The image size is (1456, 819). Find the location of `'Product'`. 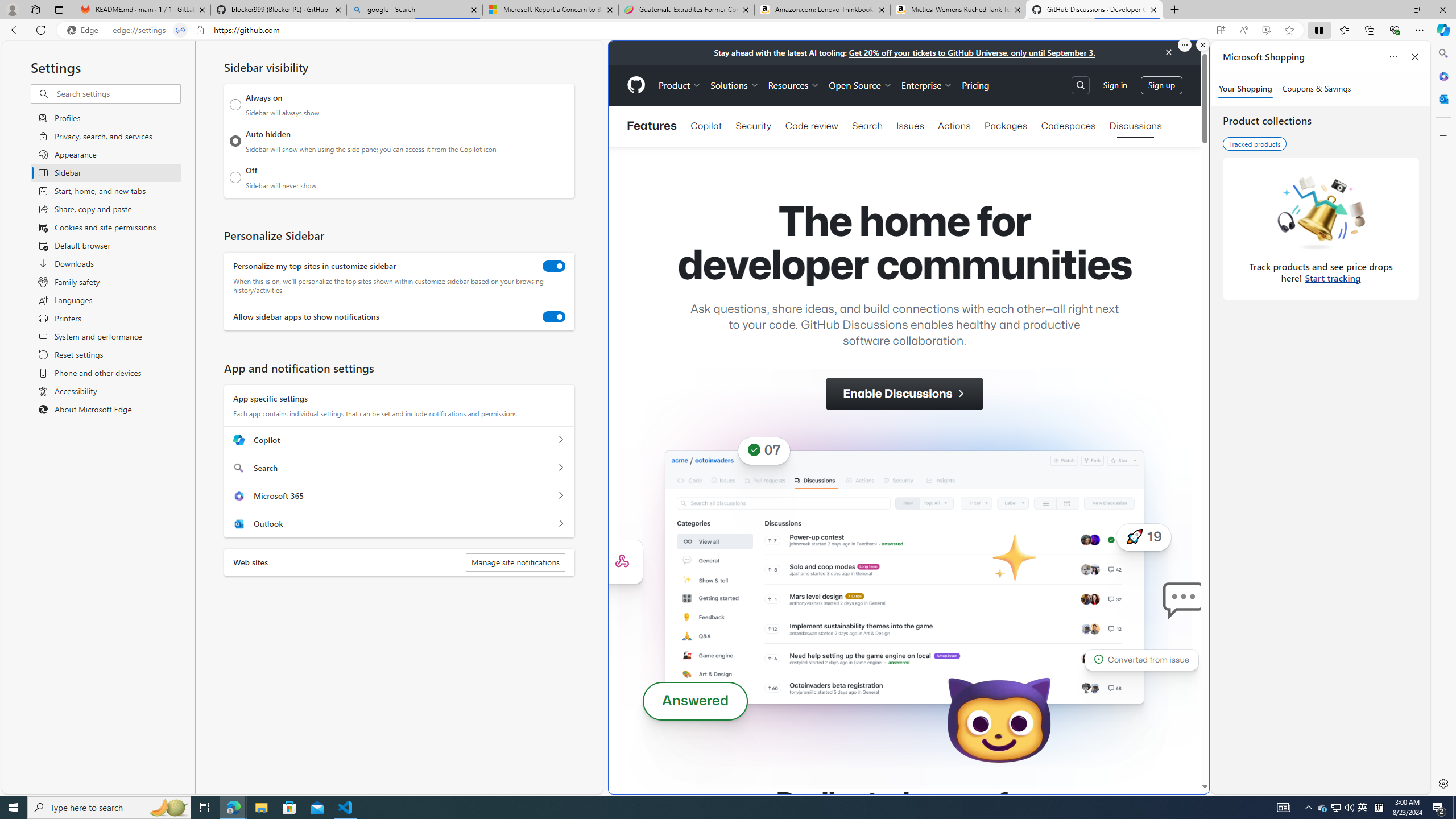

'Product' is located at coordinates (679, 85).